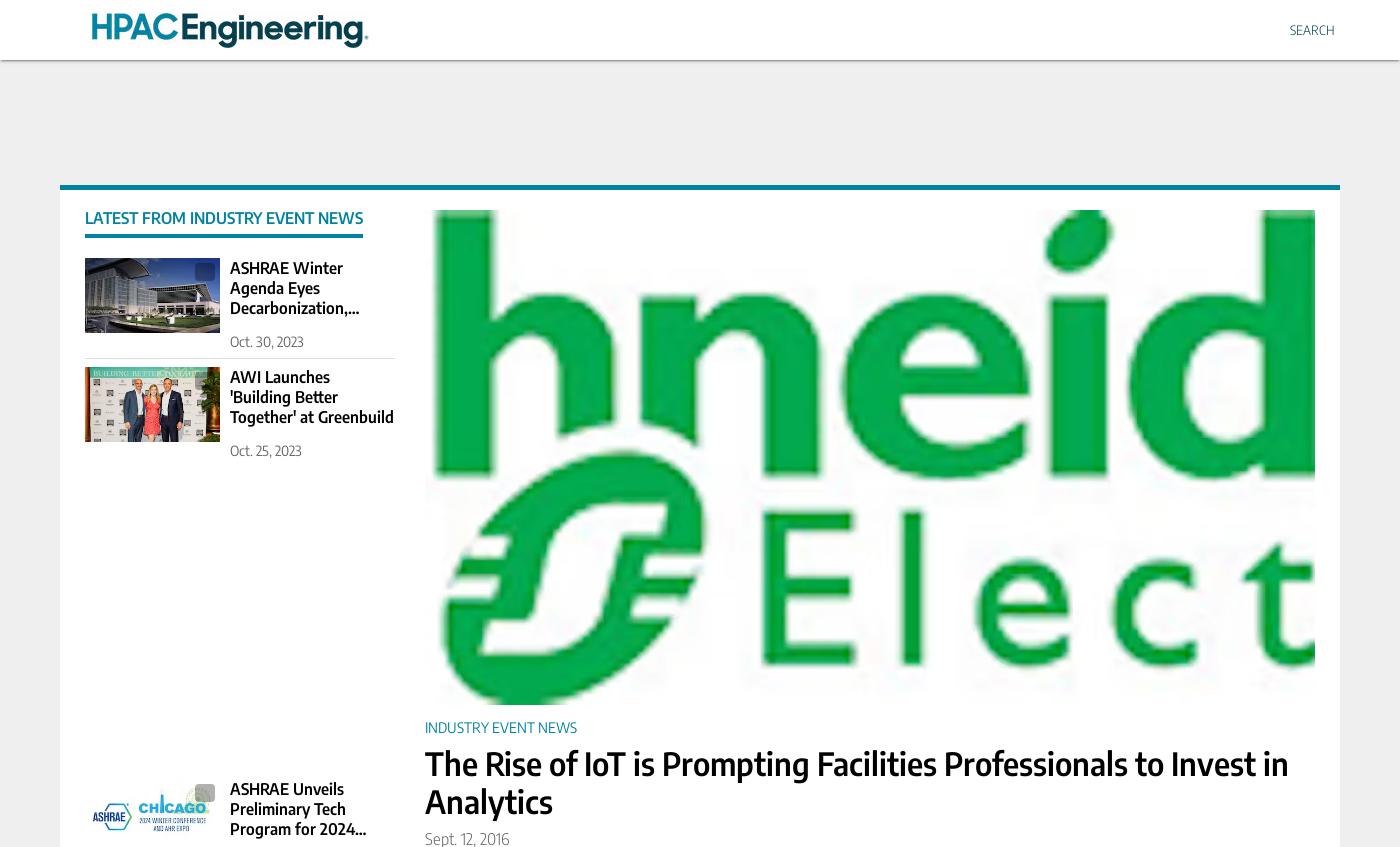  I want to click on 'Industry Event News', so click(499, 726).